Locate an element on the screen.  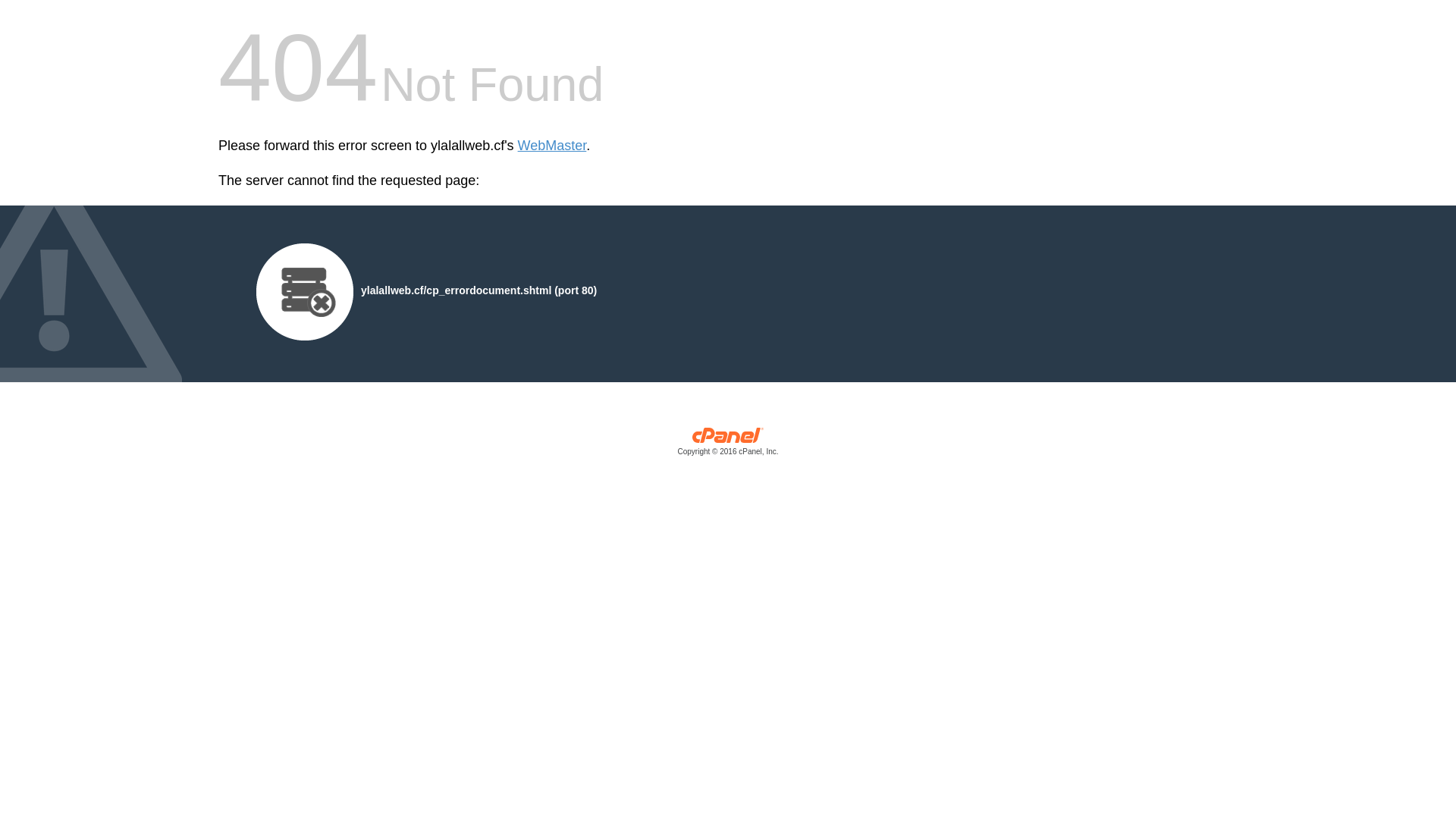
'WebMaster' is located at coordinates (551, 146).